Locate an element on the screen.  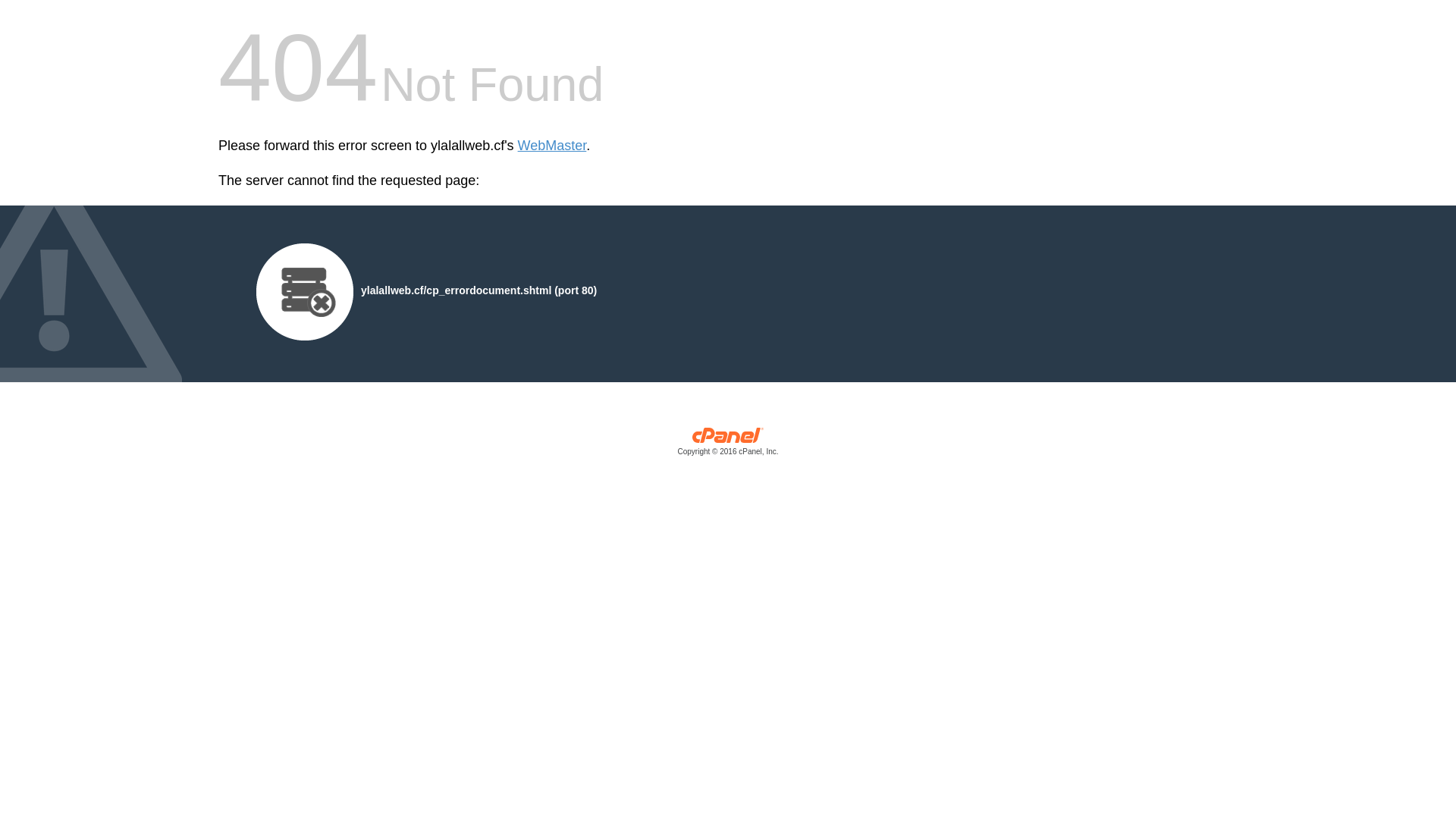
'WebMaster' is located at coordinates (551, 146).